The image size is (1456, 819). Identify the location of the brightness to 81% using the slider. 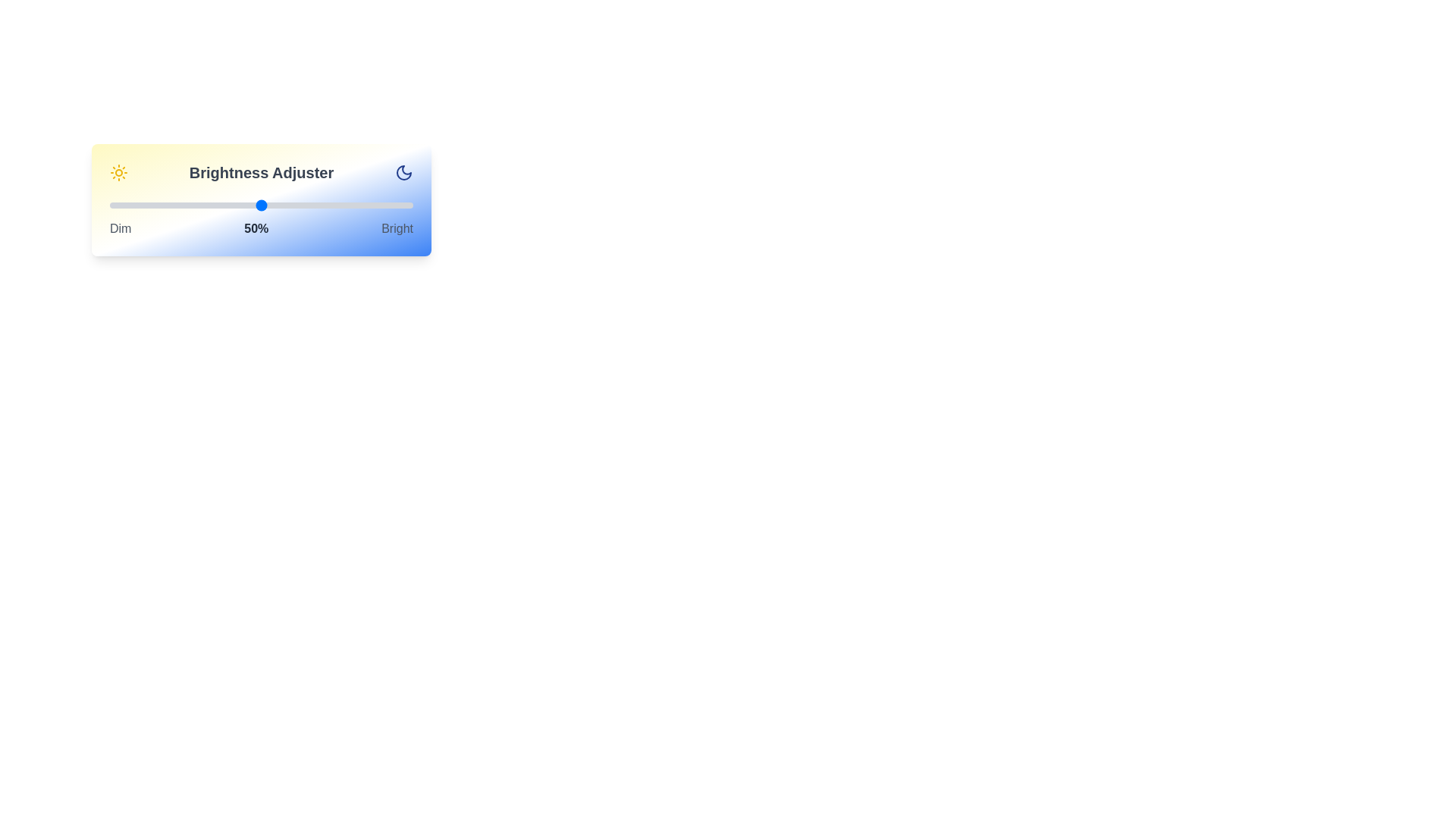
(355, 205).